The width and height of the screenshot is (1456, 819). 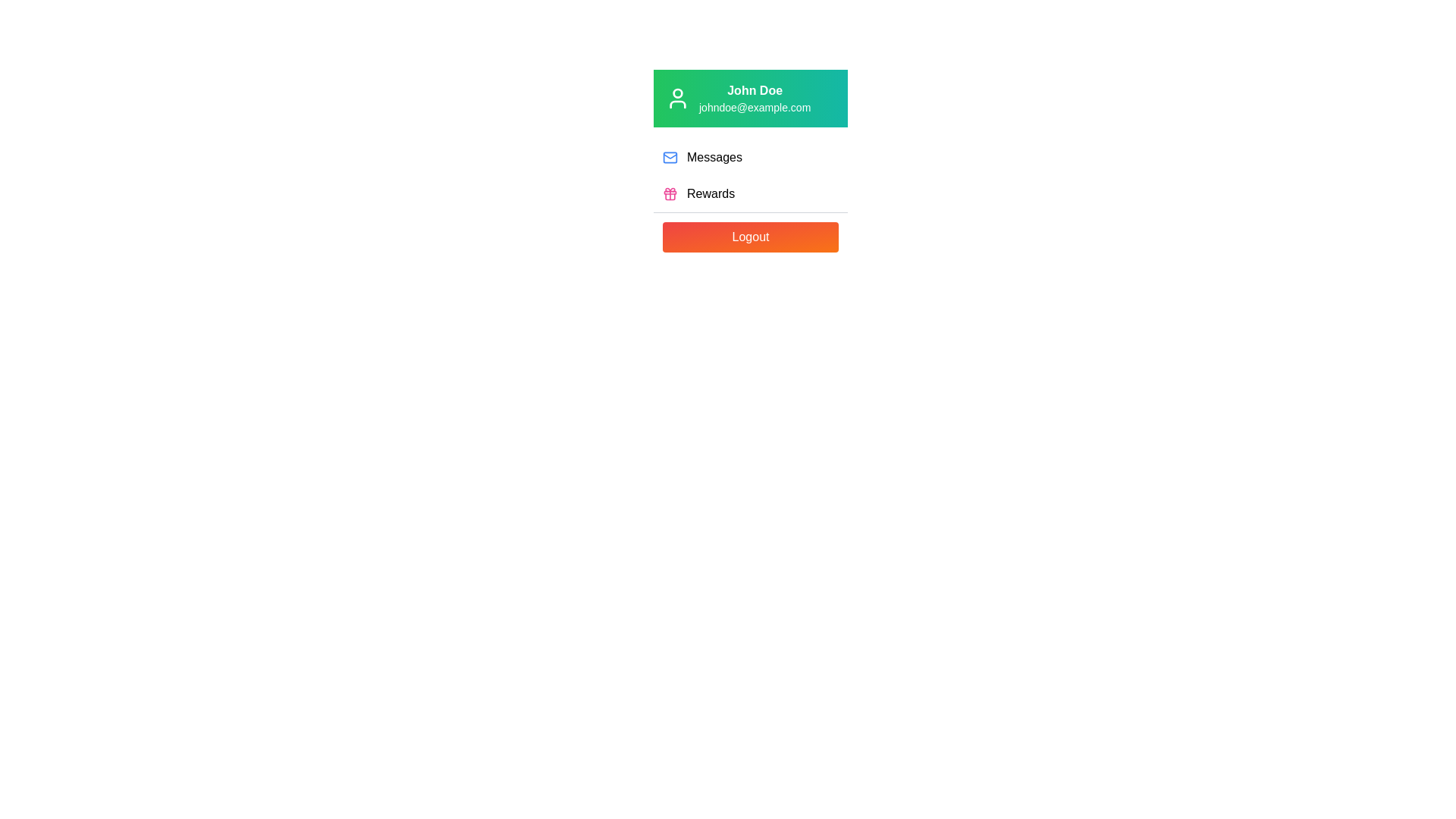 What do you see at coordinates (755, 90) in the screenshot?
I see `displayed text of the user name label located at the top center of the user profile representation, directly above the email address` at bounding box center [755, 90].